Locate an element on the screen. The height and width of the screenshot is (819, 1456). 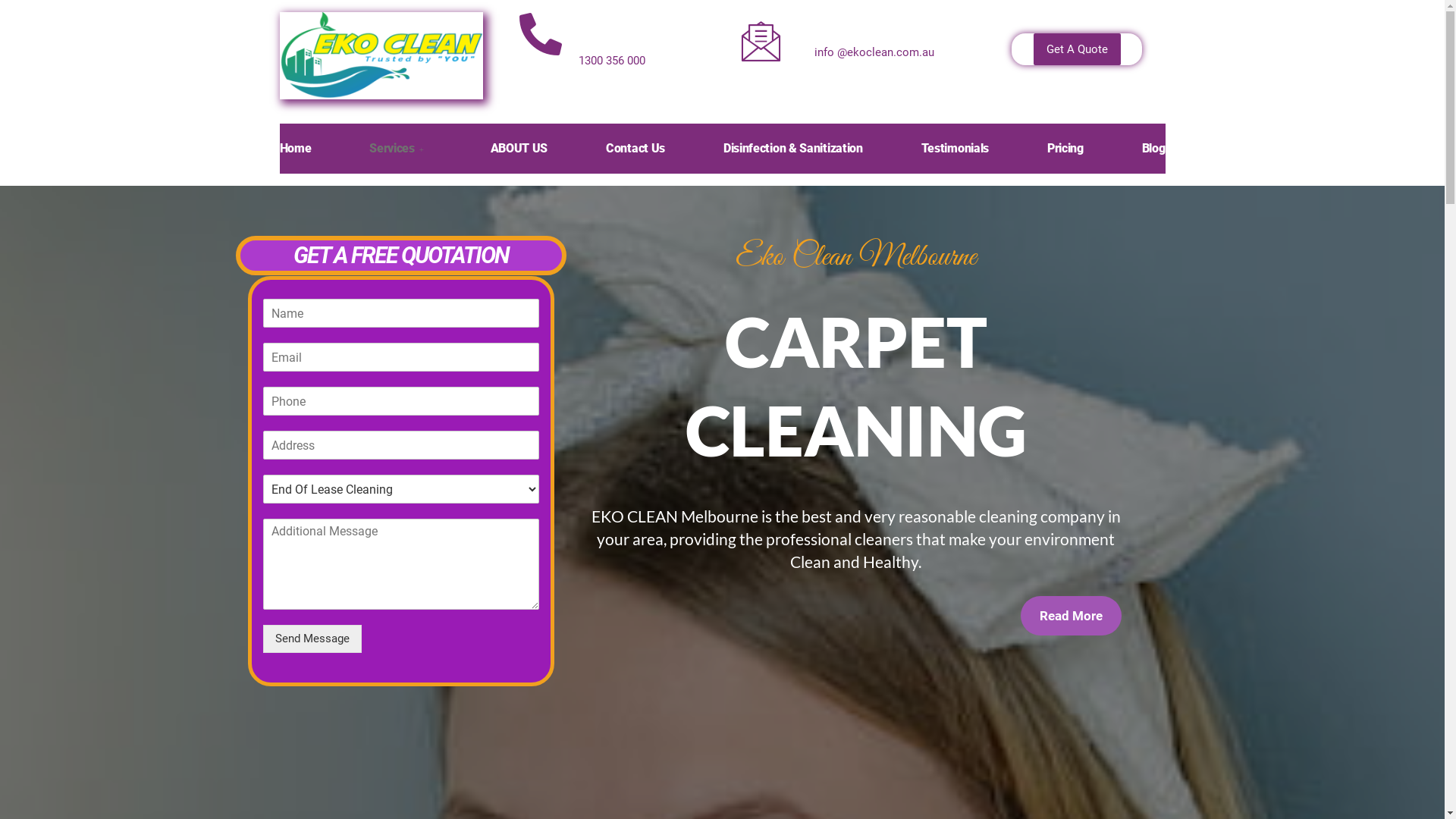
'Testimonials' is located at coordinates (920, 149).